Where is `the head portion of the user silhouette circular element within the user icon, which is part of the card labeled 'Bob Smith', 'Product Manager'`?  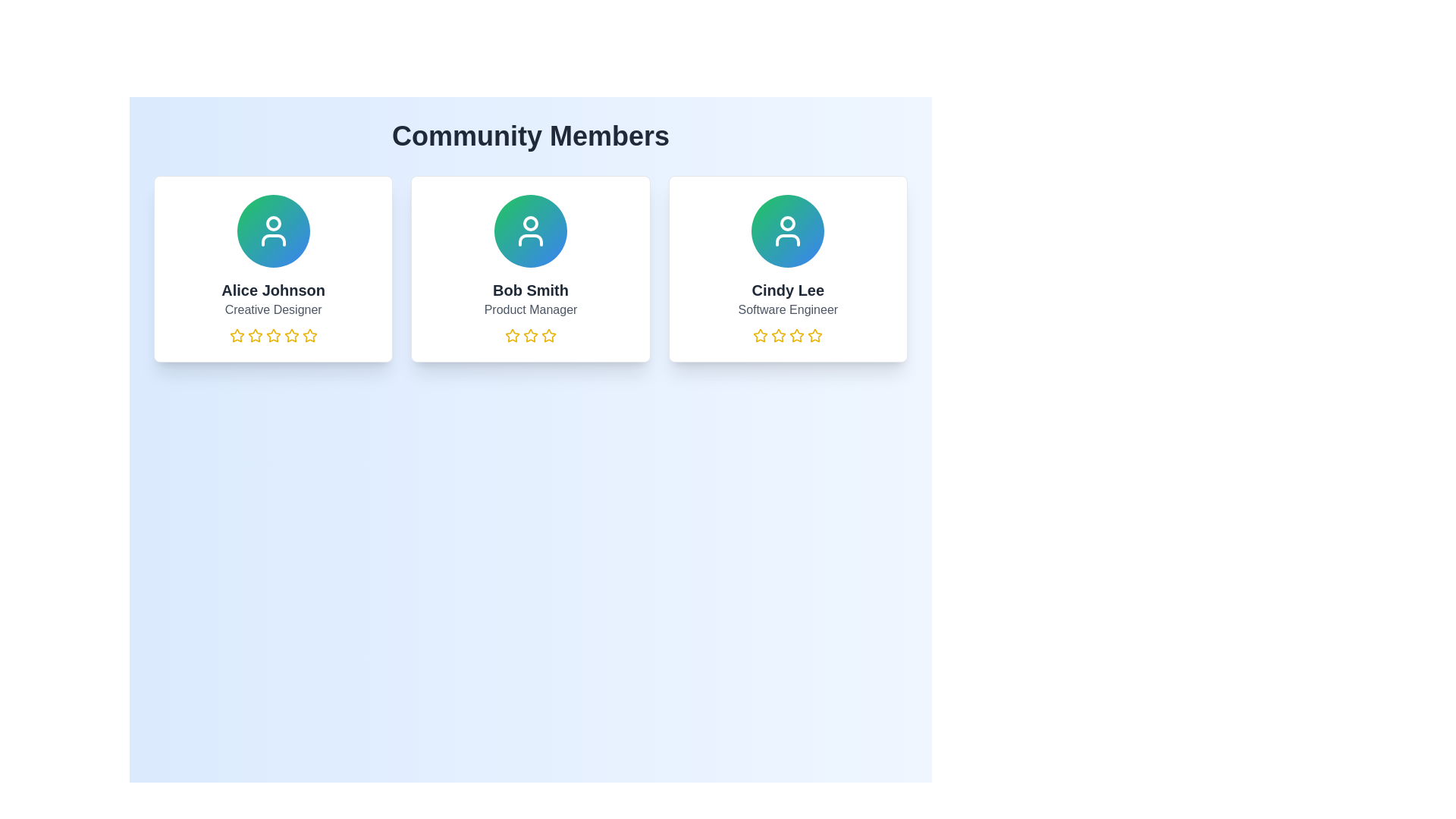 the head portion of the user silhouette circular element within the user icon, which is part of the card labeled 'Bob Smith', 'Product Manager' is located at coordinates (531, 223).